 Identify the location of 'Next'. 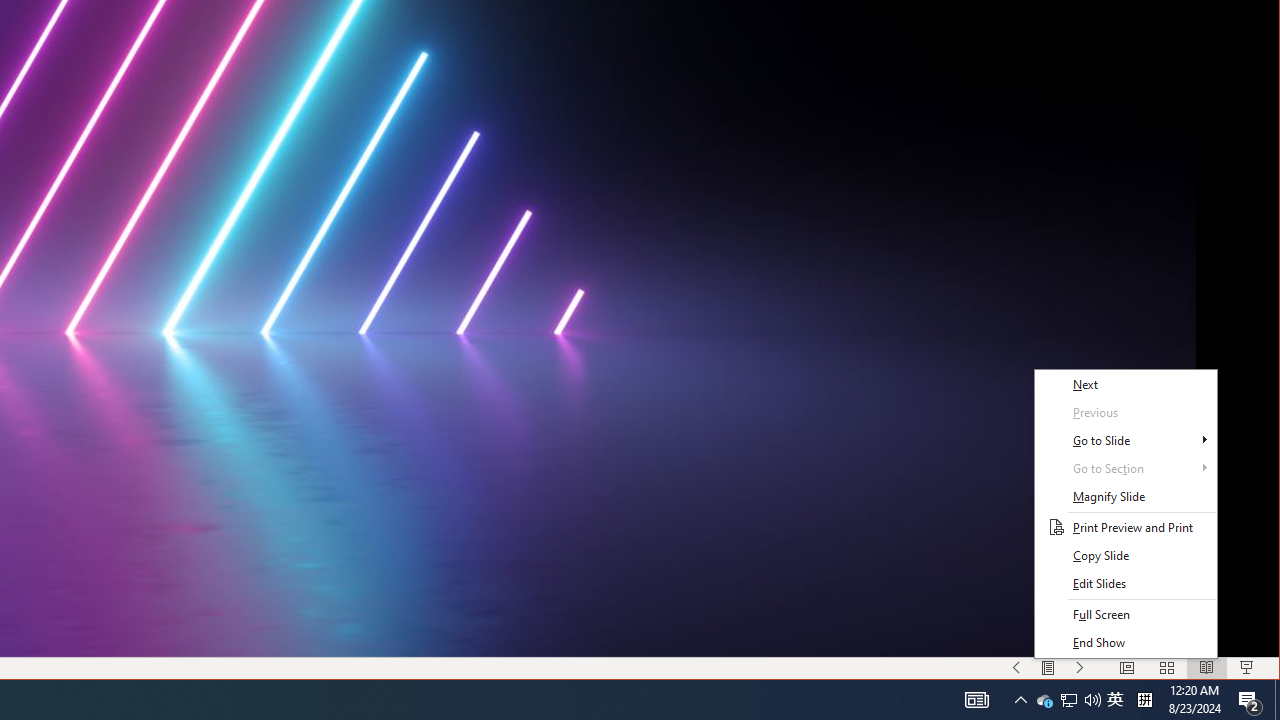
(1125, 384).